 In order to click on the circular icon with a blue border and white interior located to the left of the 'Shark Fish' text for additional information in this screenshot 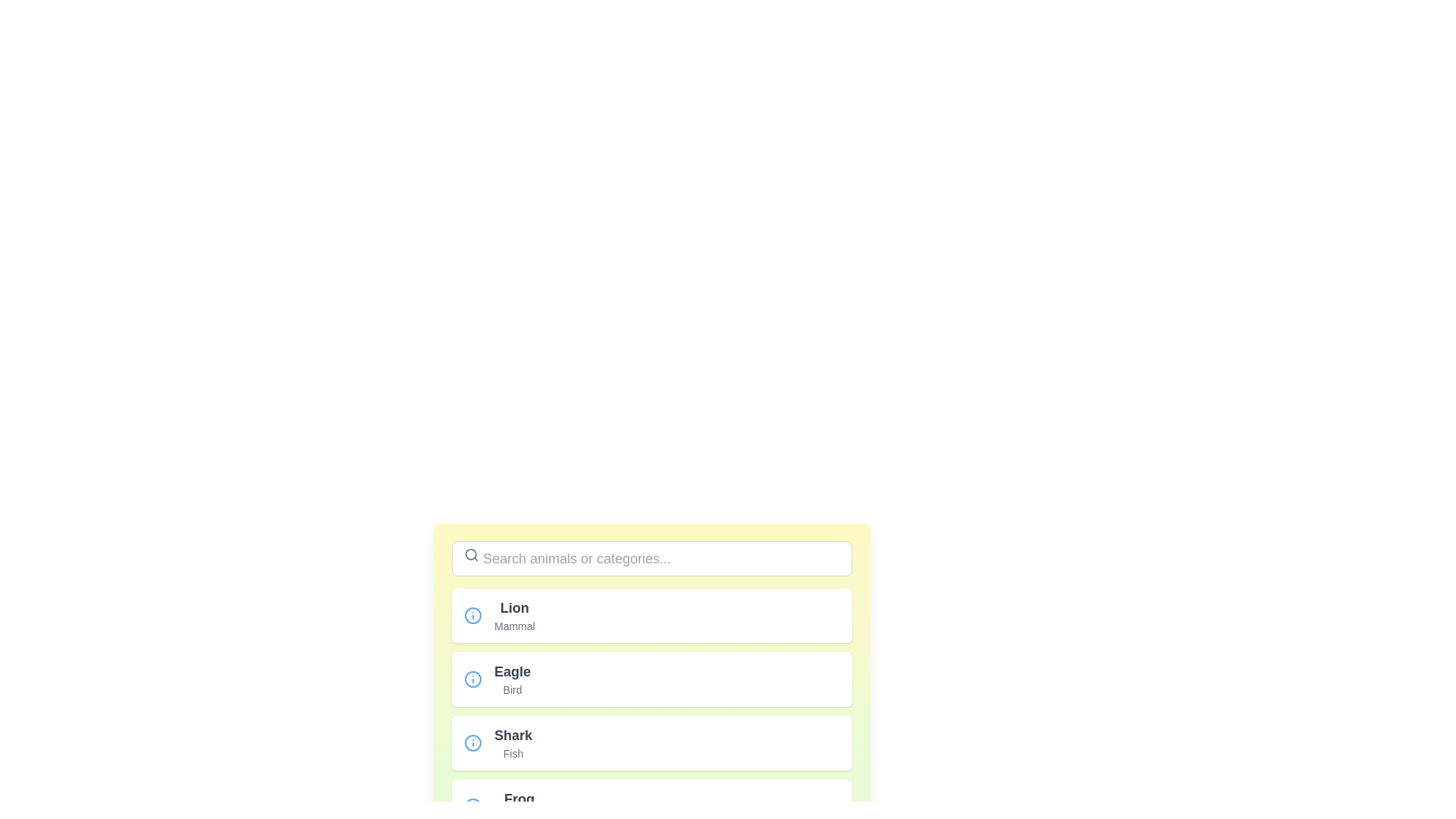, I will do `click(472, 742)`.